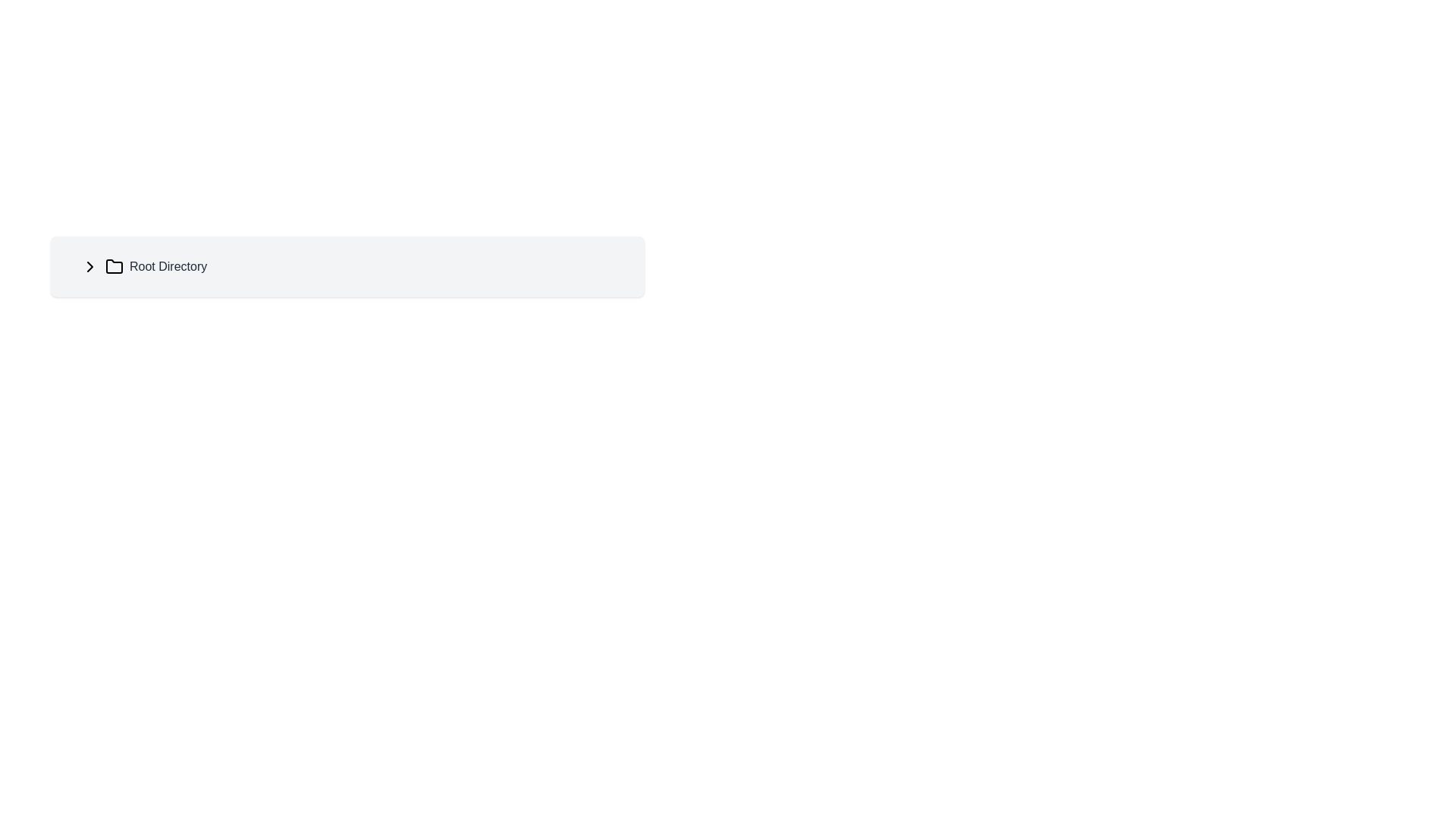 This screenshot has width=1456, height=819. What do you see at coordinates (89, 265) in the screenshot?
I see `the chevron icon located to the left of the 'Root Directory' text label` at bounding box center [89, 265].